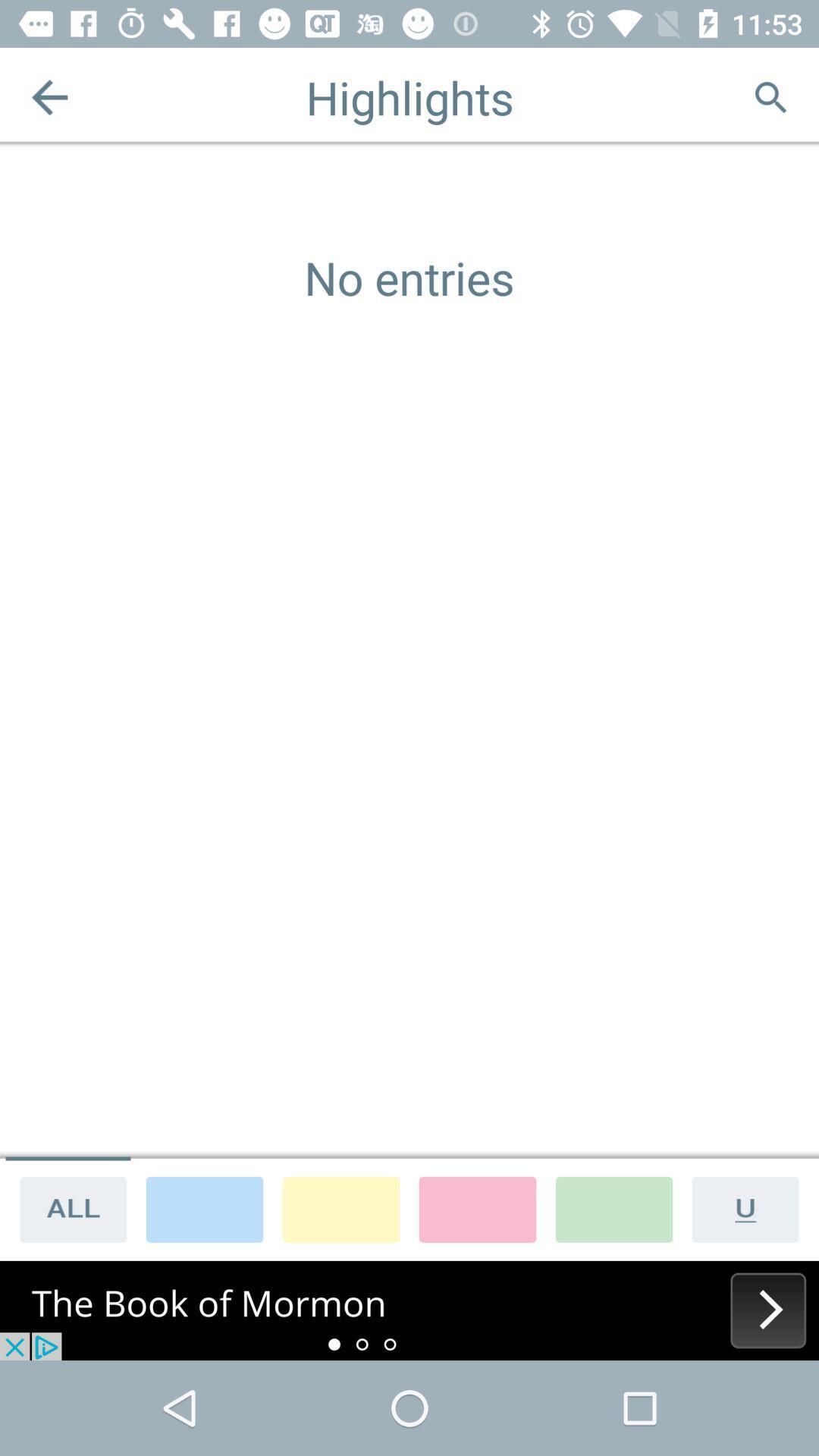  I want to click on highlight color, so click(614, 1208).